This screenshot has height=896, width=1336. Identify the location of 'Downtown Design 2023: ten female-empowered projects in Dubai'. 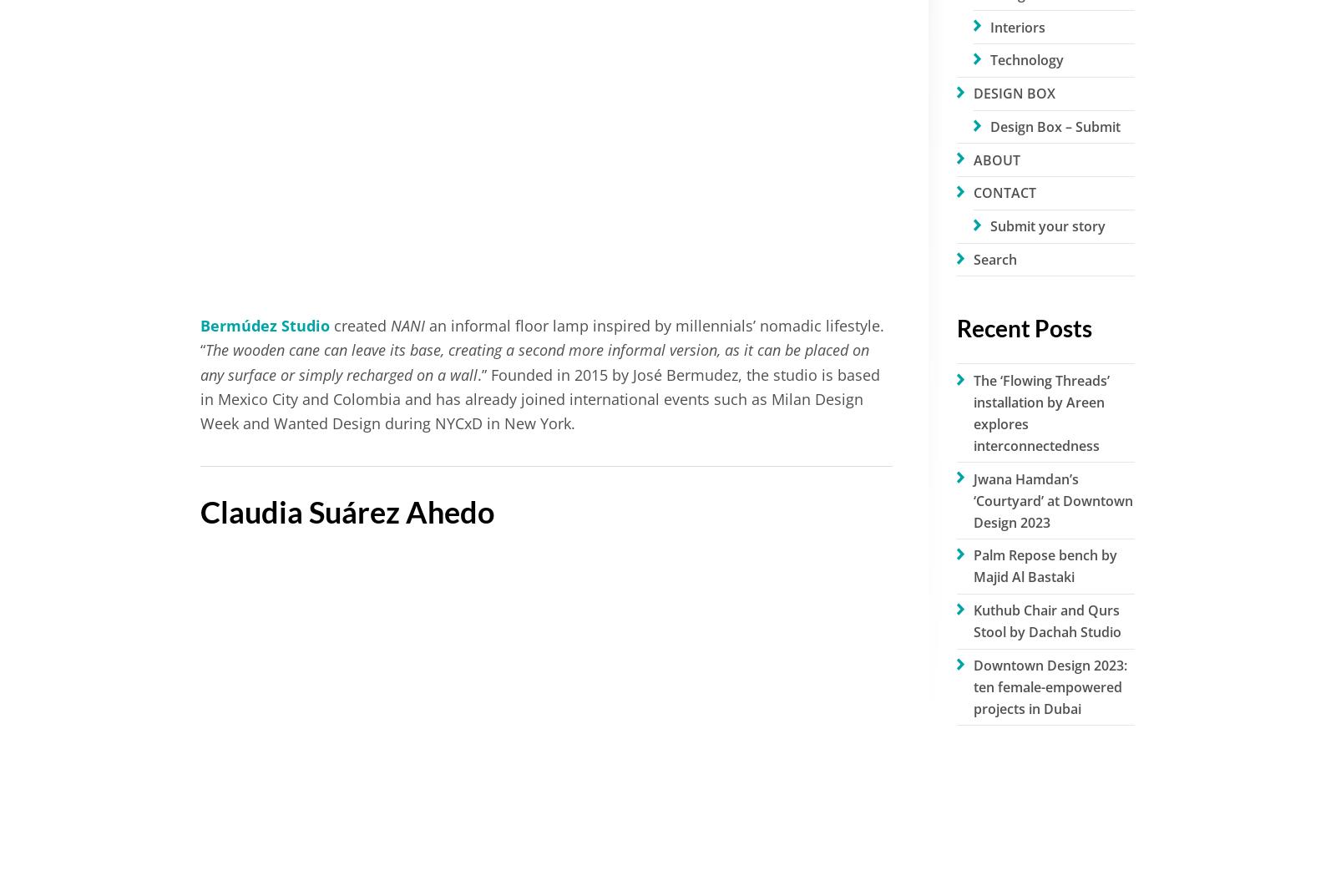
(1048, 686).